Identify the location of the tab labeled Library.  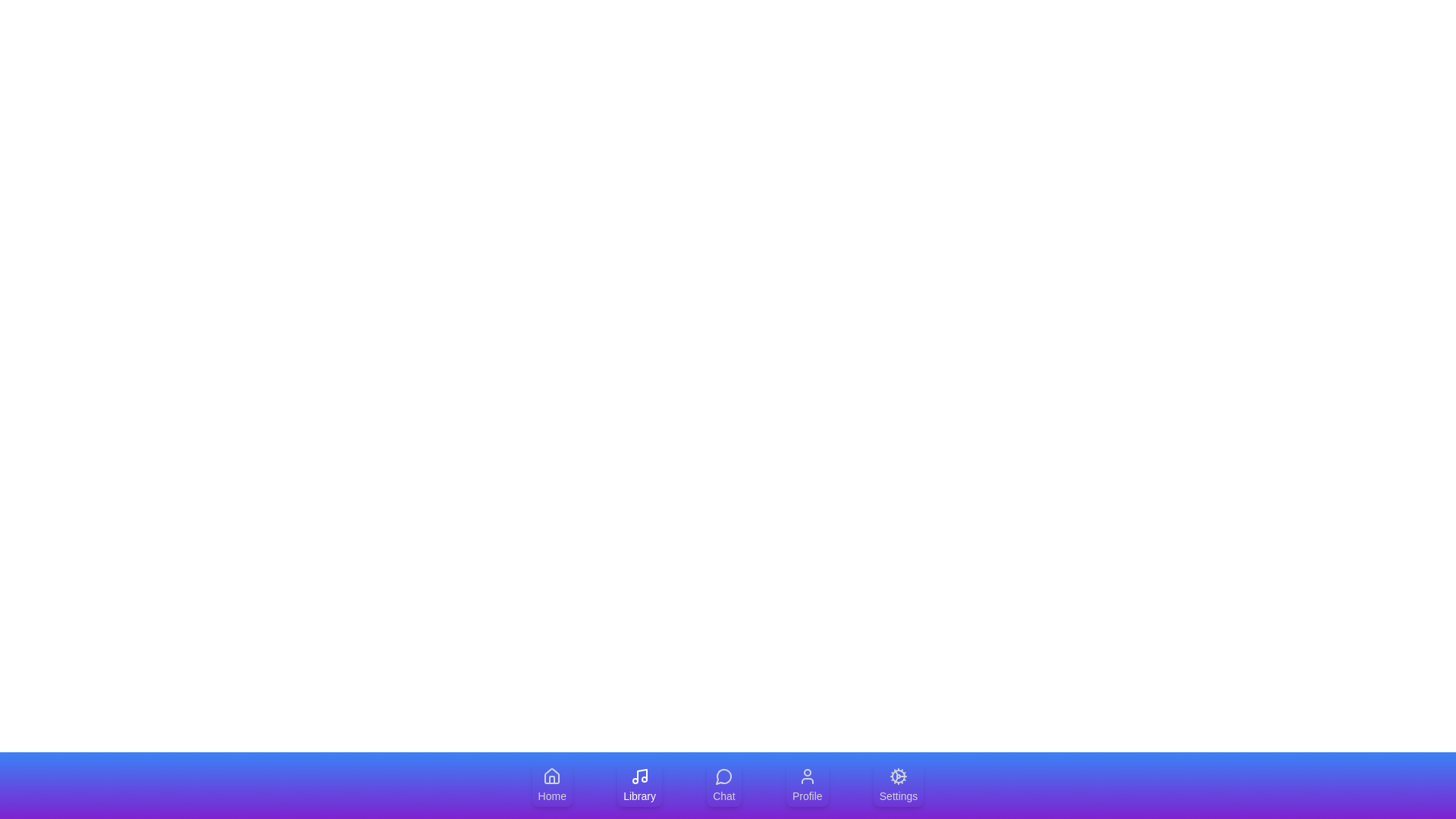
(639, 785).